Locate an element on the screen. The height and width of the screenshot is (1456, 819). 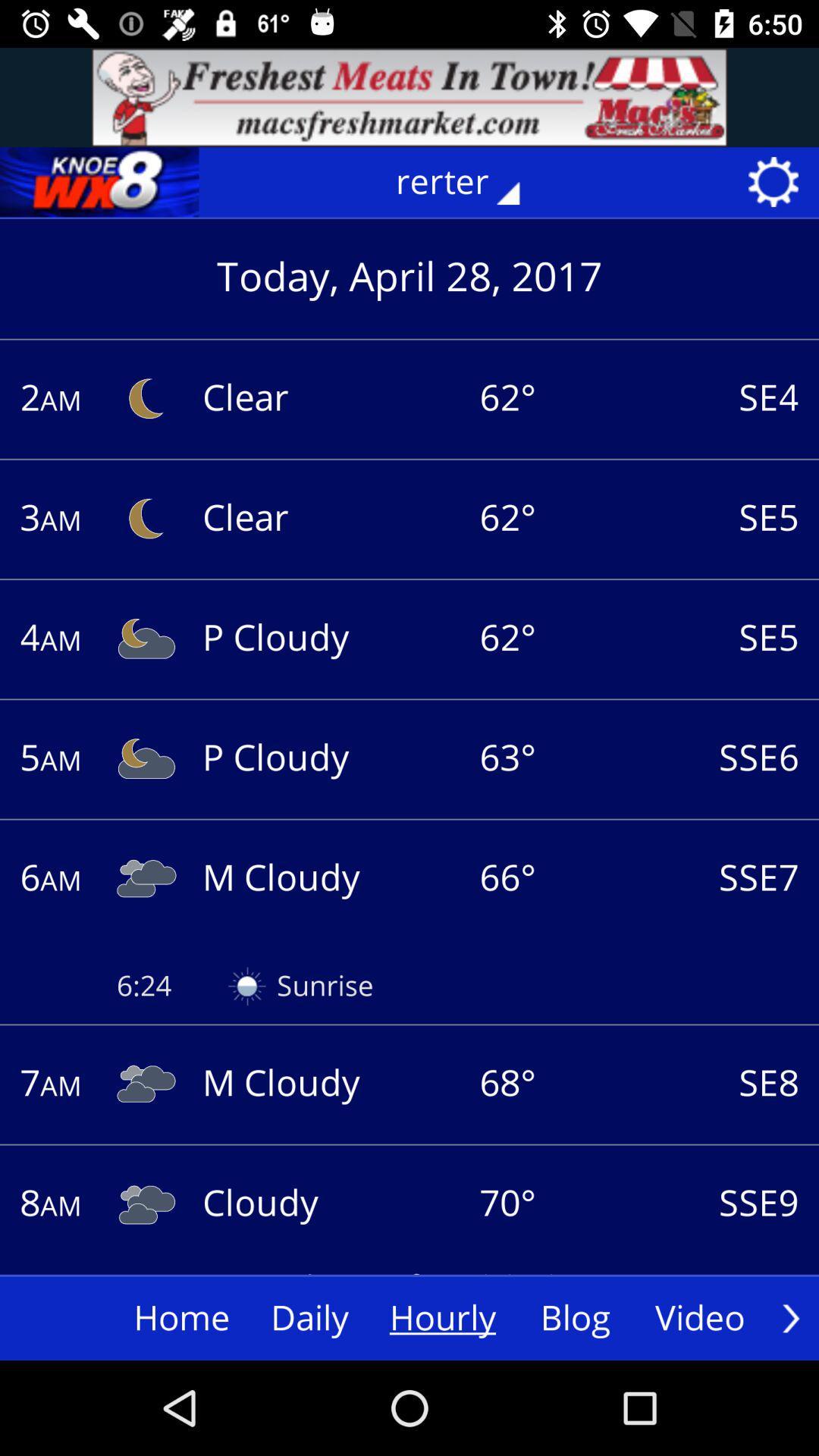
the arrow_forward icon is located at coordinates (790, 1317).